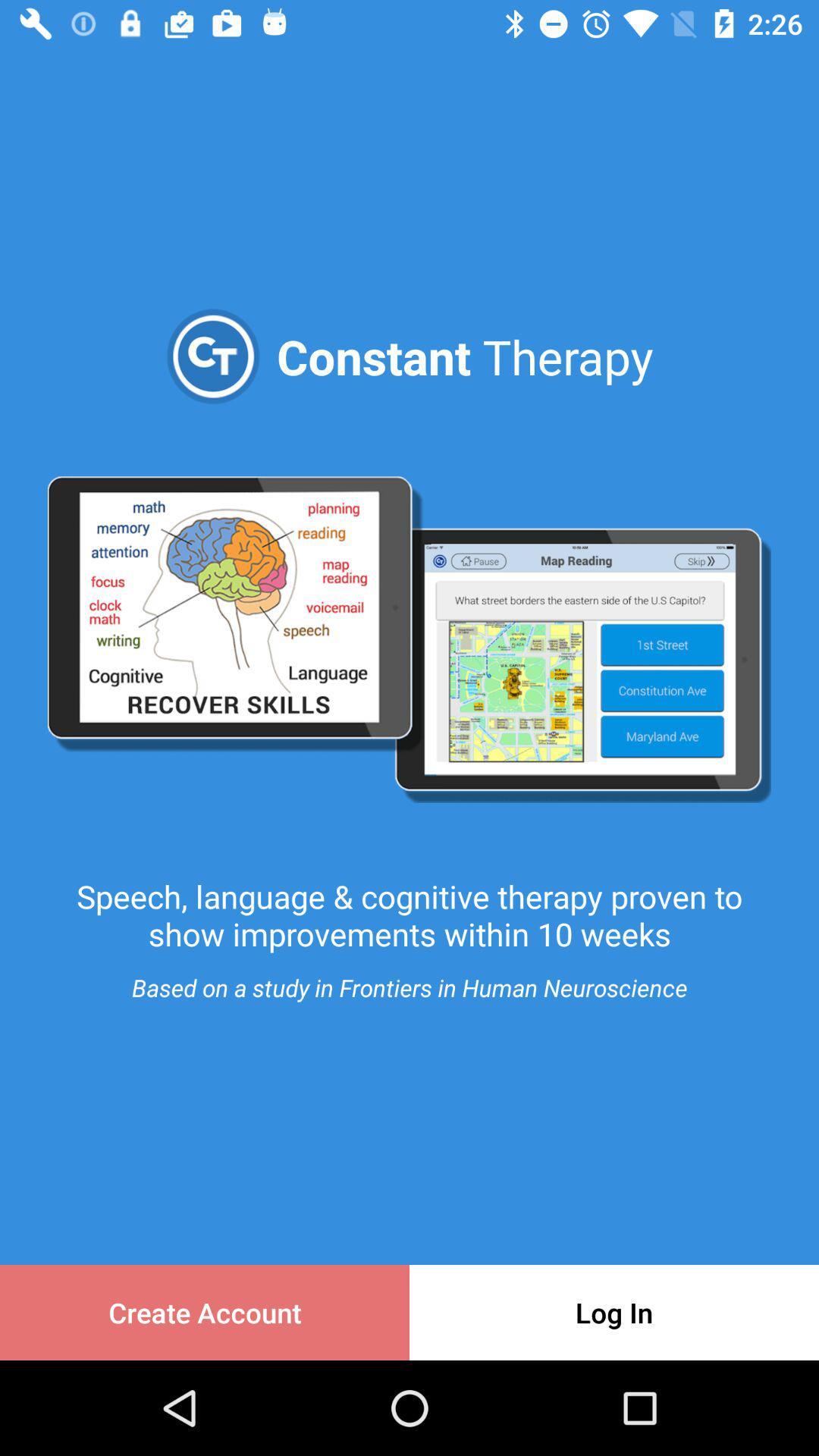  Describe the element at coordinates (205, 1312) in the screenshot. I see `the icon next to the log in item` at that location.